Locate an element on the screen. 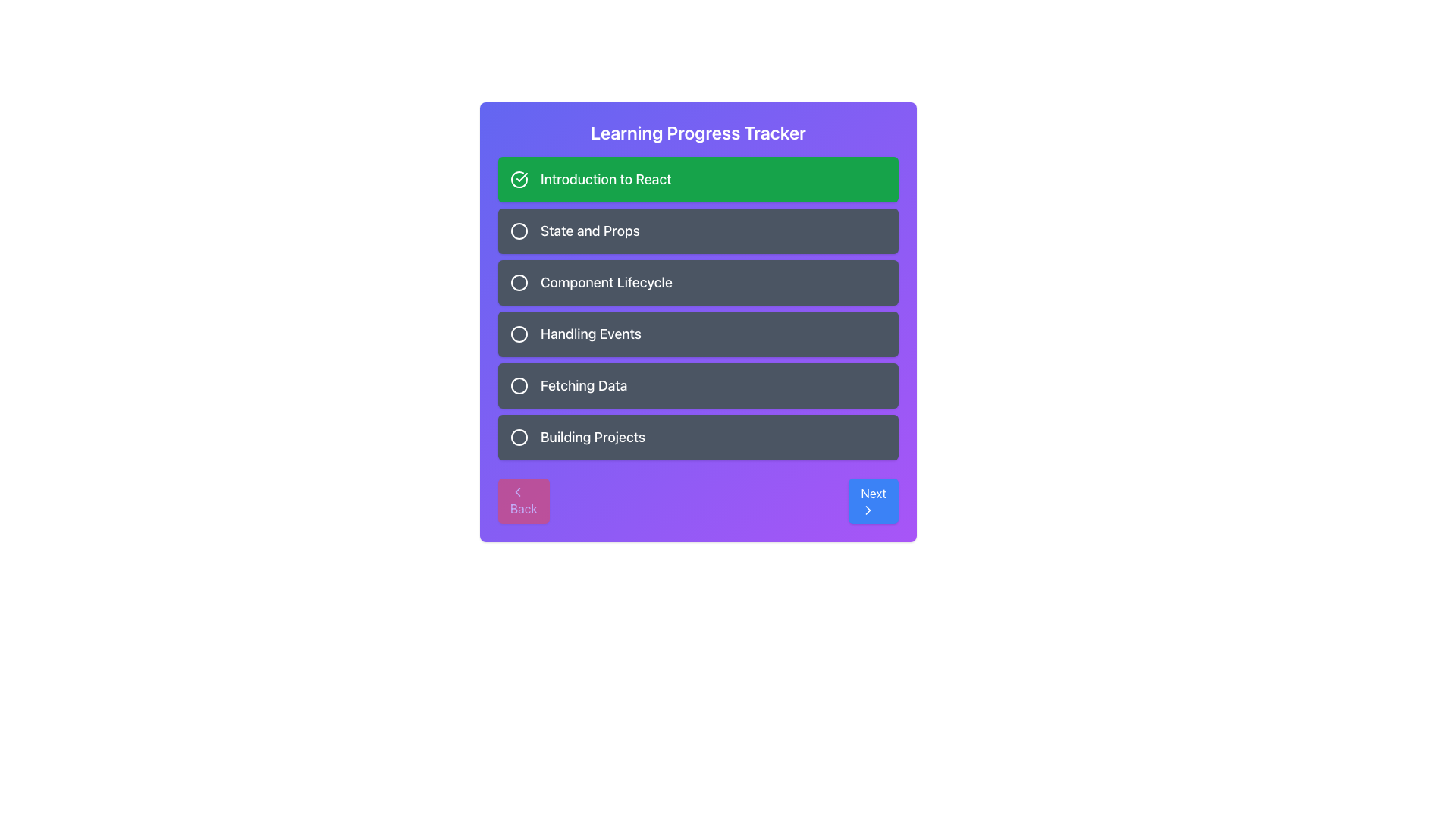 This screenshot has width=1456, height=819. the outlined circle SVG element located on the left side of the 'State and Props' list item in the learning progress tracker is located at coordinates (519, 231).